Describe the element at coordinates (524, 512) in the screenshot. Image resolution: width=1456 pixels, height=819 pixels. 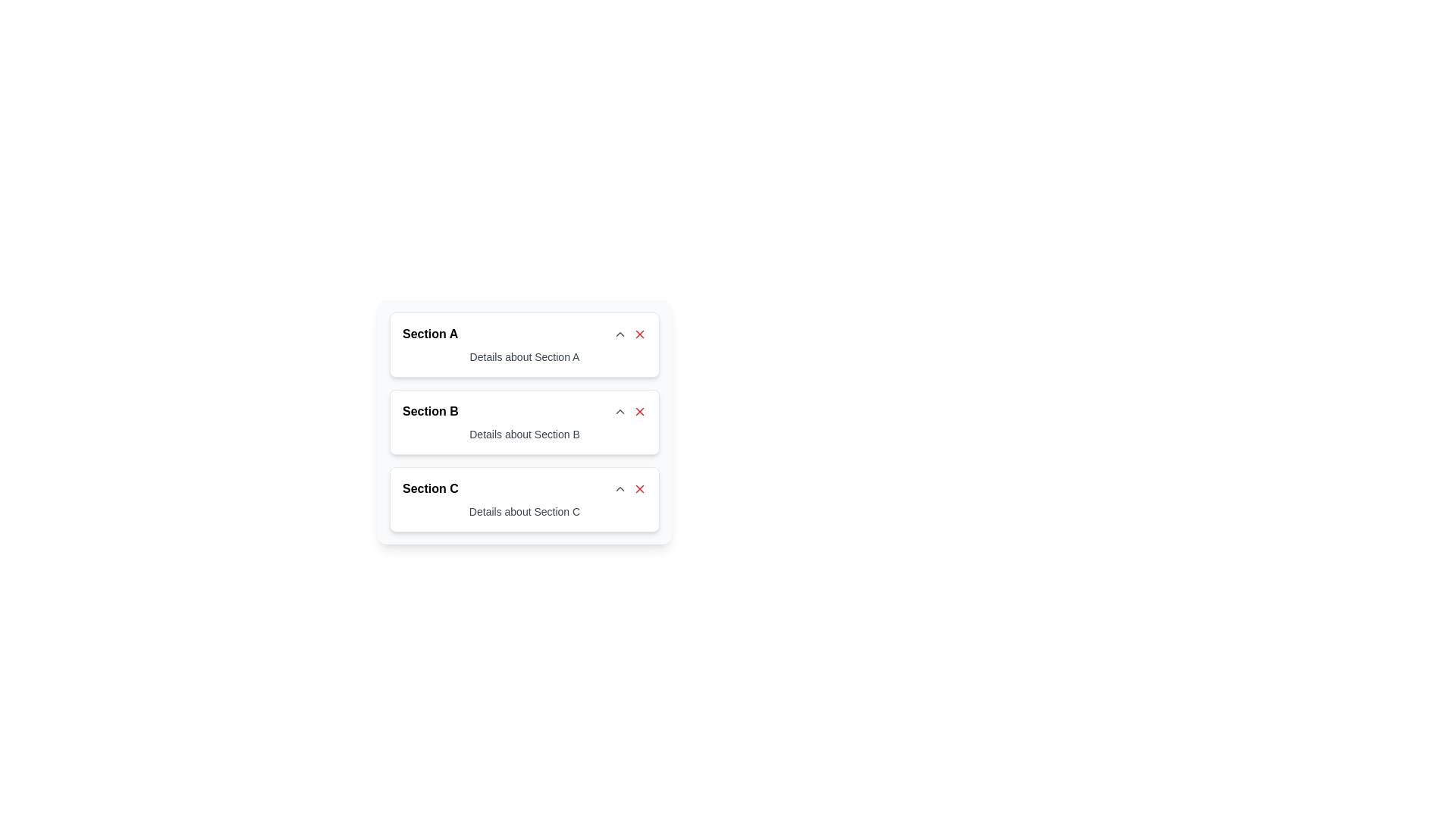
I see `the static text element providing information for 'Section C'` at that location.